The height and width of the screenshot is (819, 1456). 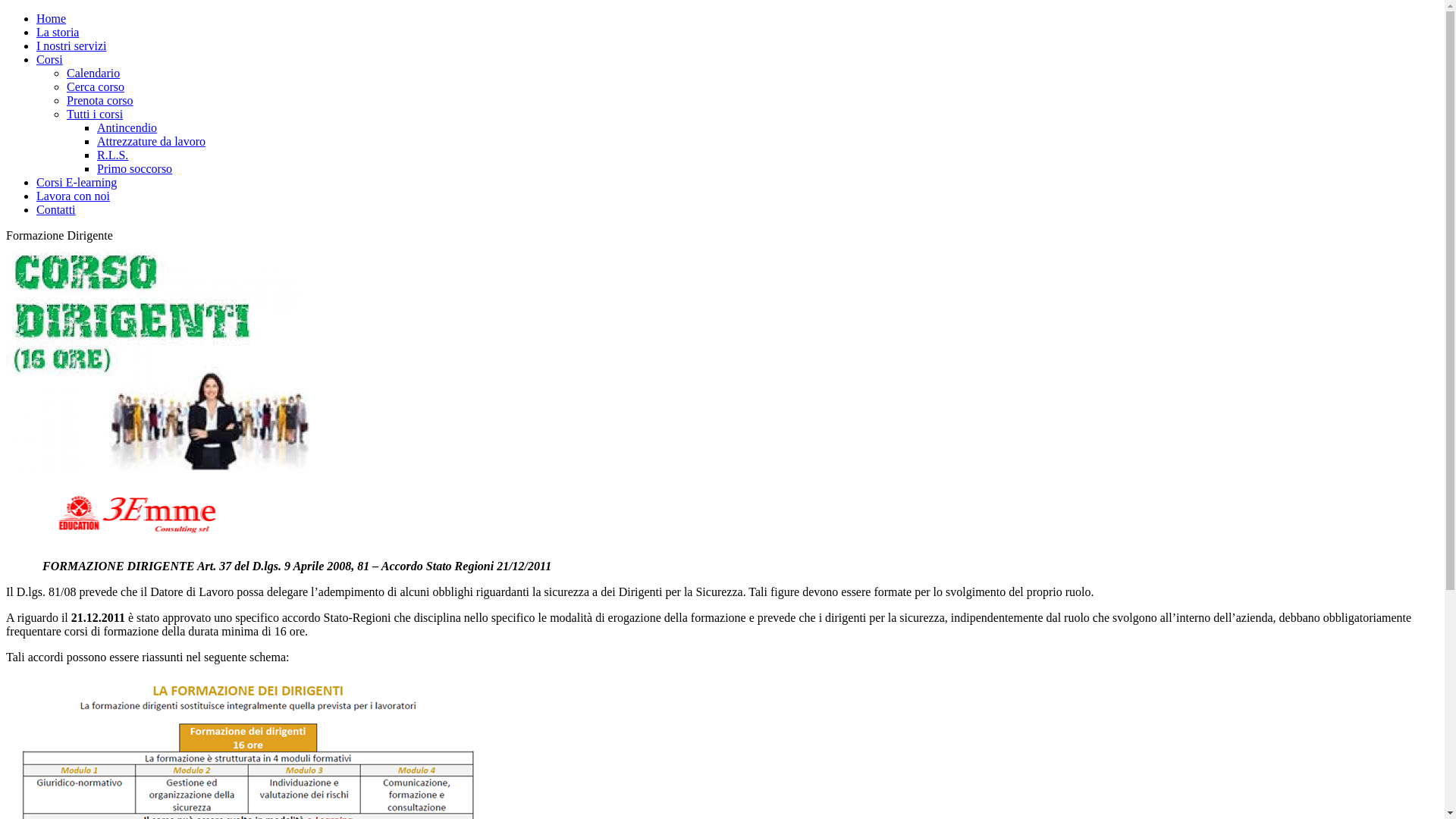 I want to click on 'Tutti i corsi', so click(x=93, y=113).